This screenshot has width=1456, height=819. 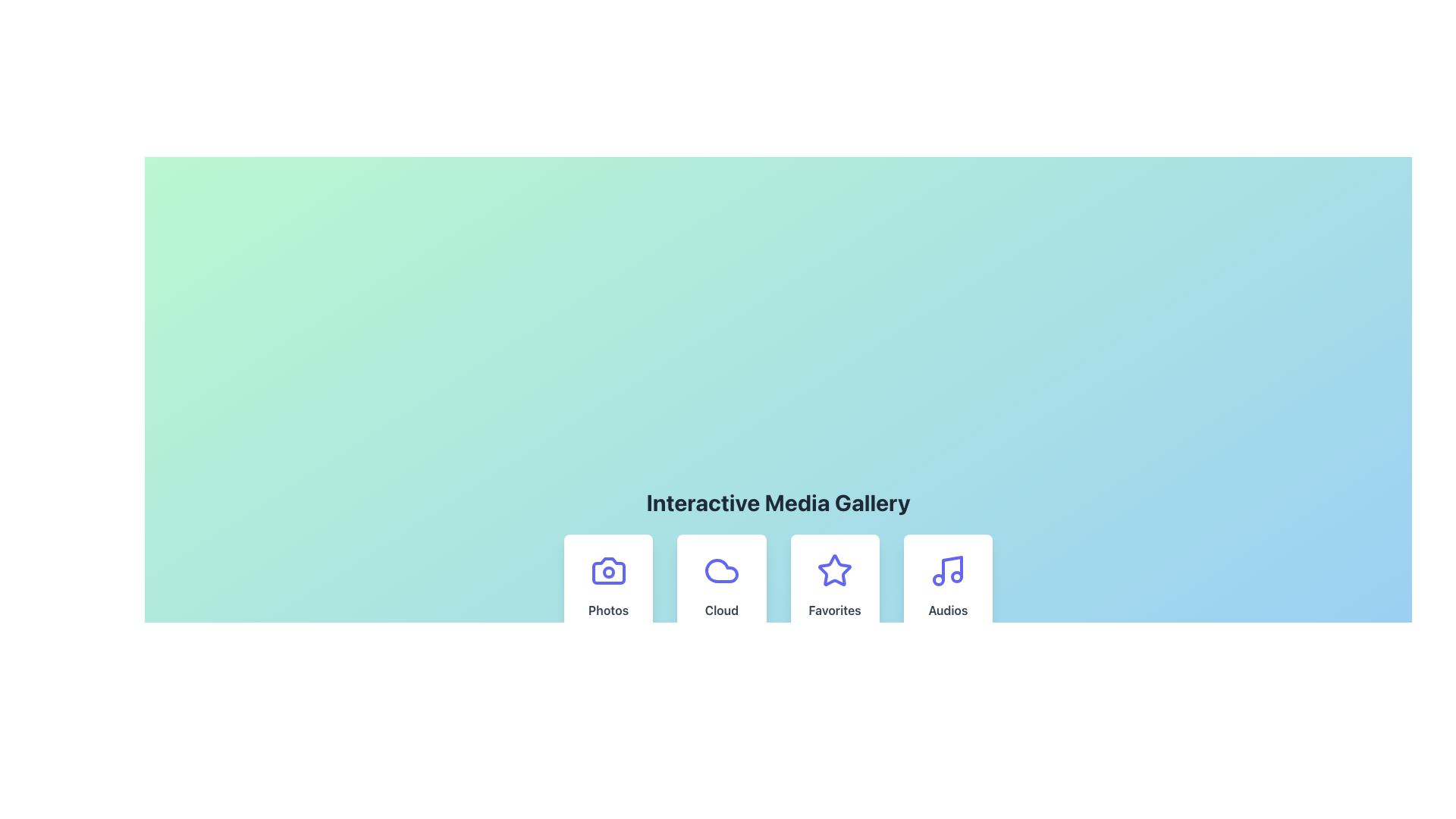 What do you see at coordinates (956, 576) in the screenshot?
I see `the small circle that is part of the 'Audios' section icon, located at the rightmost position among the four icons in the bottom row` at bounding box center [956, 576].